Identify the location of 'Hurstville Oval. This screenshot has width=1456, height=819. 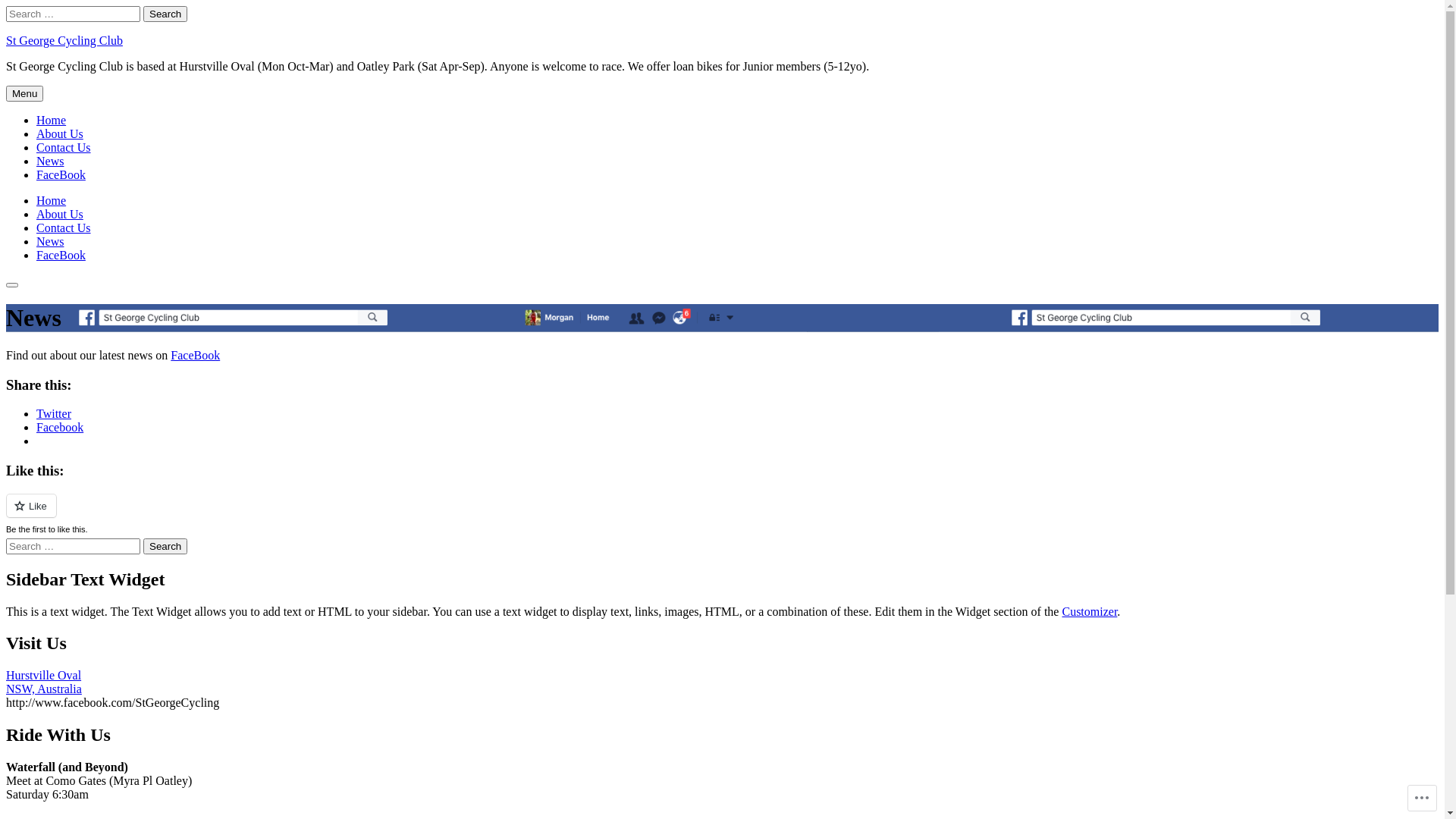
(43, 681).